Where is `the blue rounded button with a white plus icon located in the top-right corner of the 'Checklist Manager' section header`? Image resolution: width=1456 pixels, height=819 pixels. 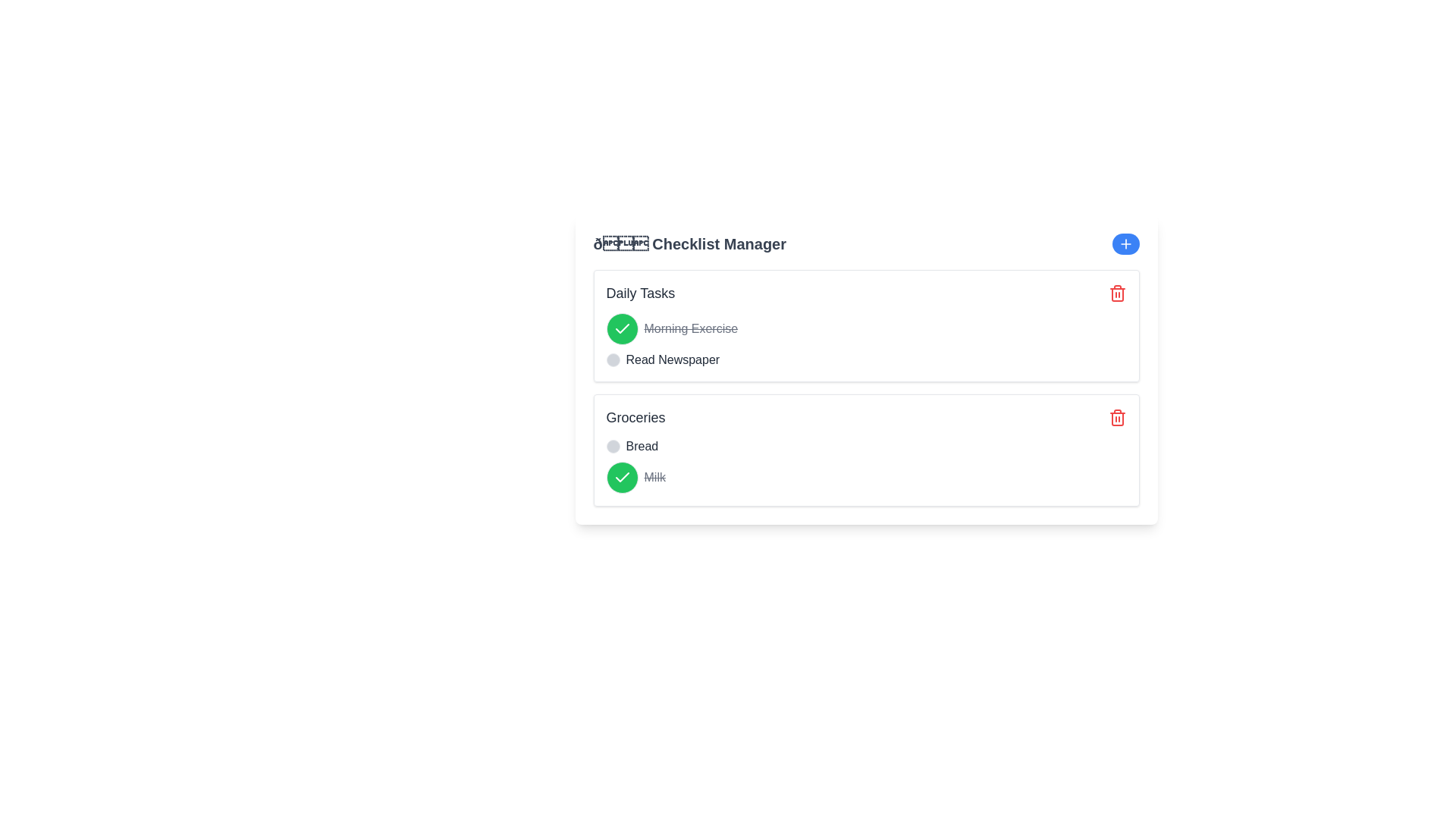
the blue rounded button with a white plus icon located in the top-right corner of the 'Checklist Manager' section header is located at coordinates (1125, 243).